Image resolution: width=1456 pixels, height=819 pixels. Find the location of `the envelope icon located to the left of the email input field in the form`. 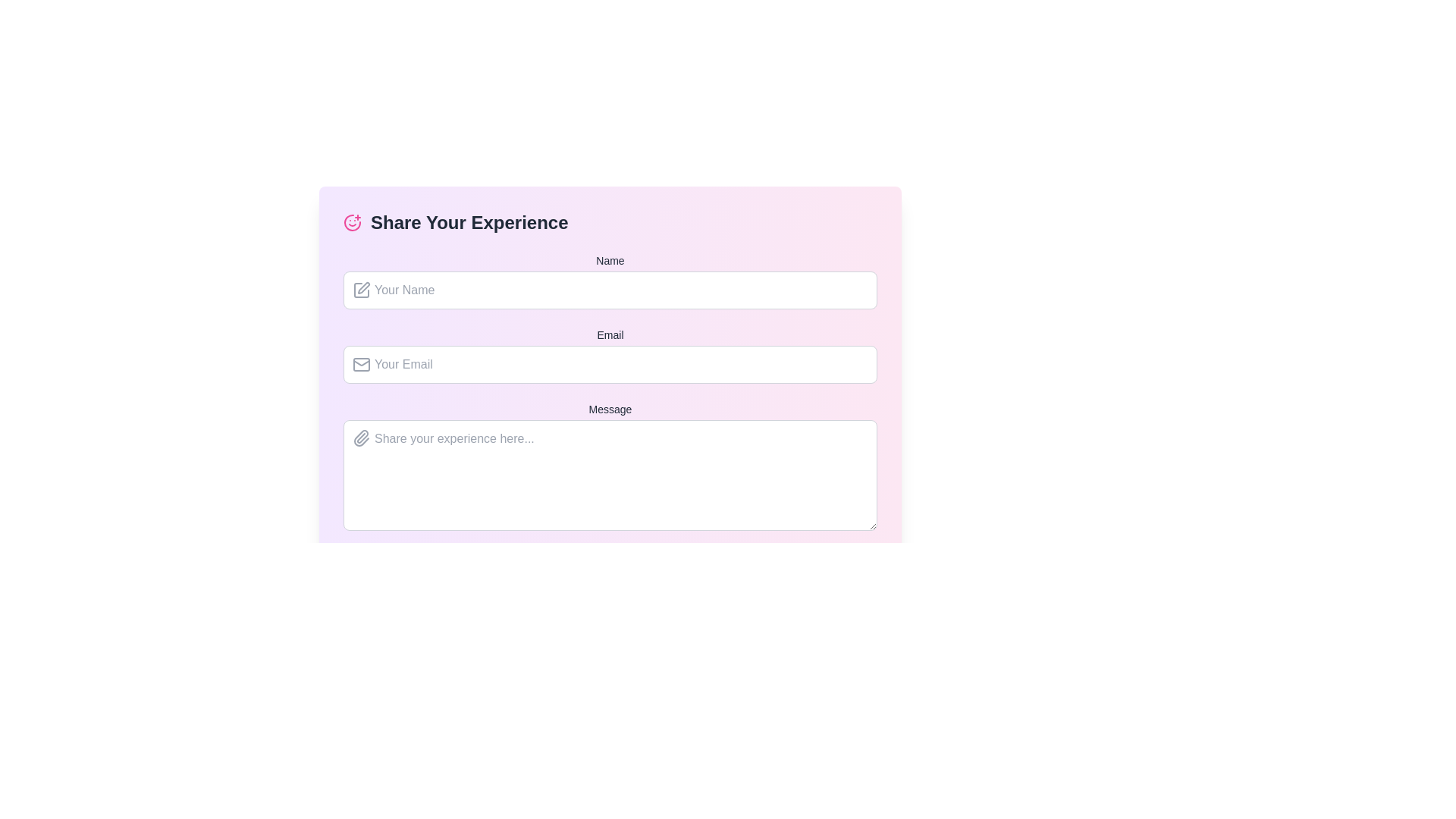

the envelope icon located to the left of the email input field in the form is located at coordinates (360, 365).